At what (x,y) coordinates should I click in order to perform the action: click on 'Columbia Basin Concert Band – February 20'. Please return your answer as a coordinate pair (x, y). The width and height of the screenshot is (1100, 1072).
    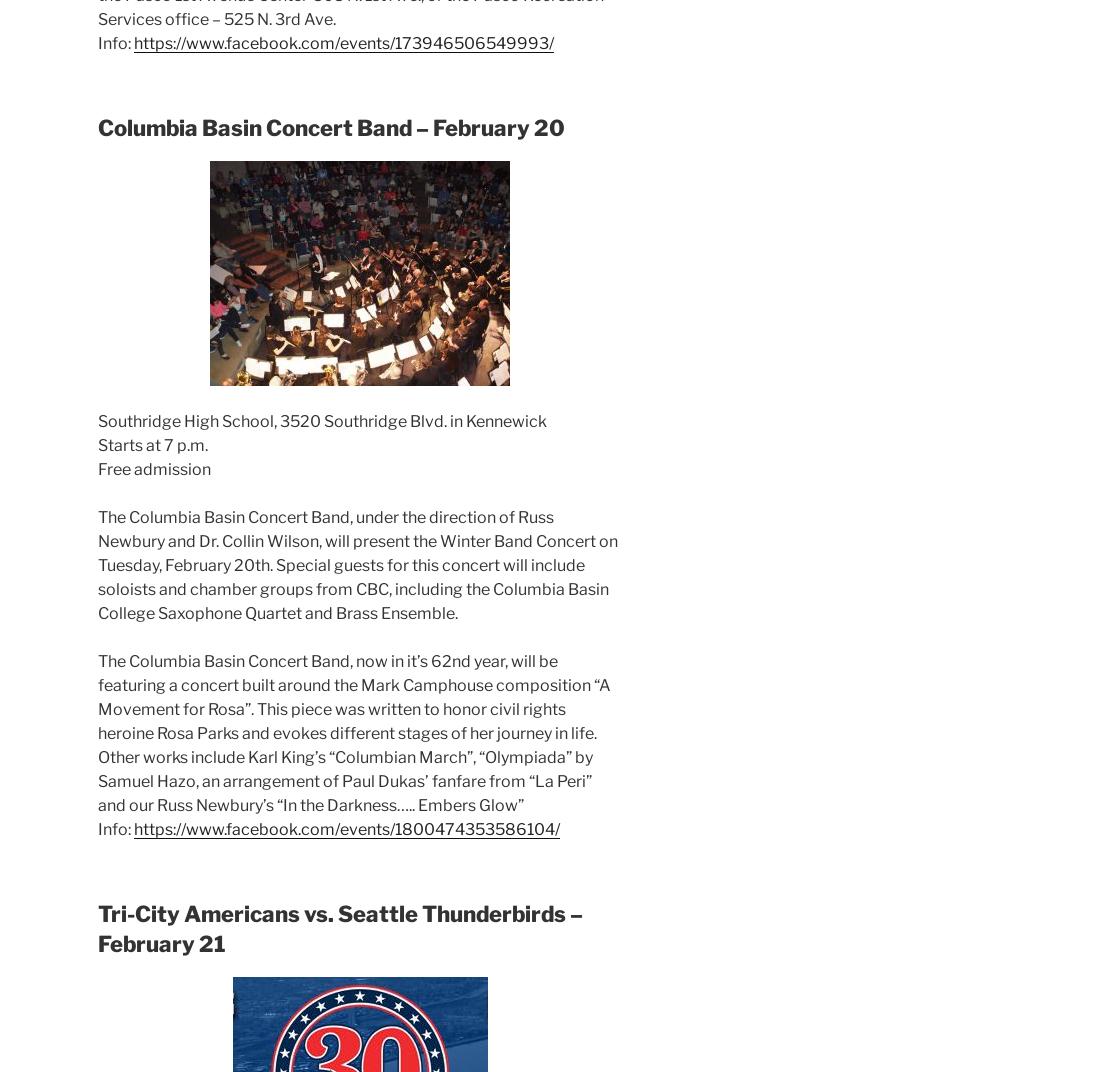
    Looking at the image, I should click on (330, 127).